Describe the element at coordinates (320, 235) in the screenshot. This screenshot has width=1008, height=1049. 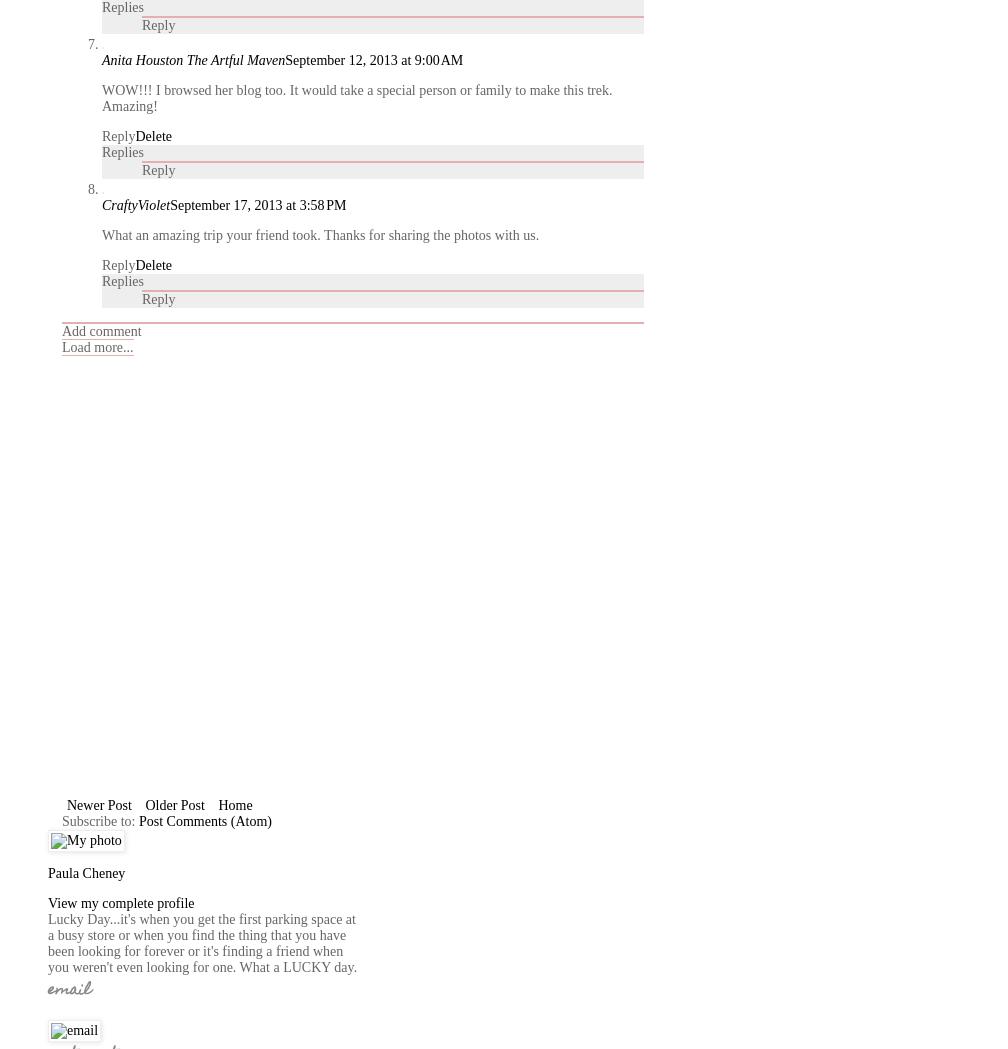
I see `'What an amazing trip your friend took. Thanks for sharing the photos with us.'` at that location.